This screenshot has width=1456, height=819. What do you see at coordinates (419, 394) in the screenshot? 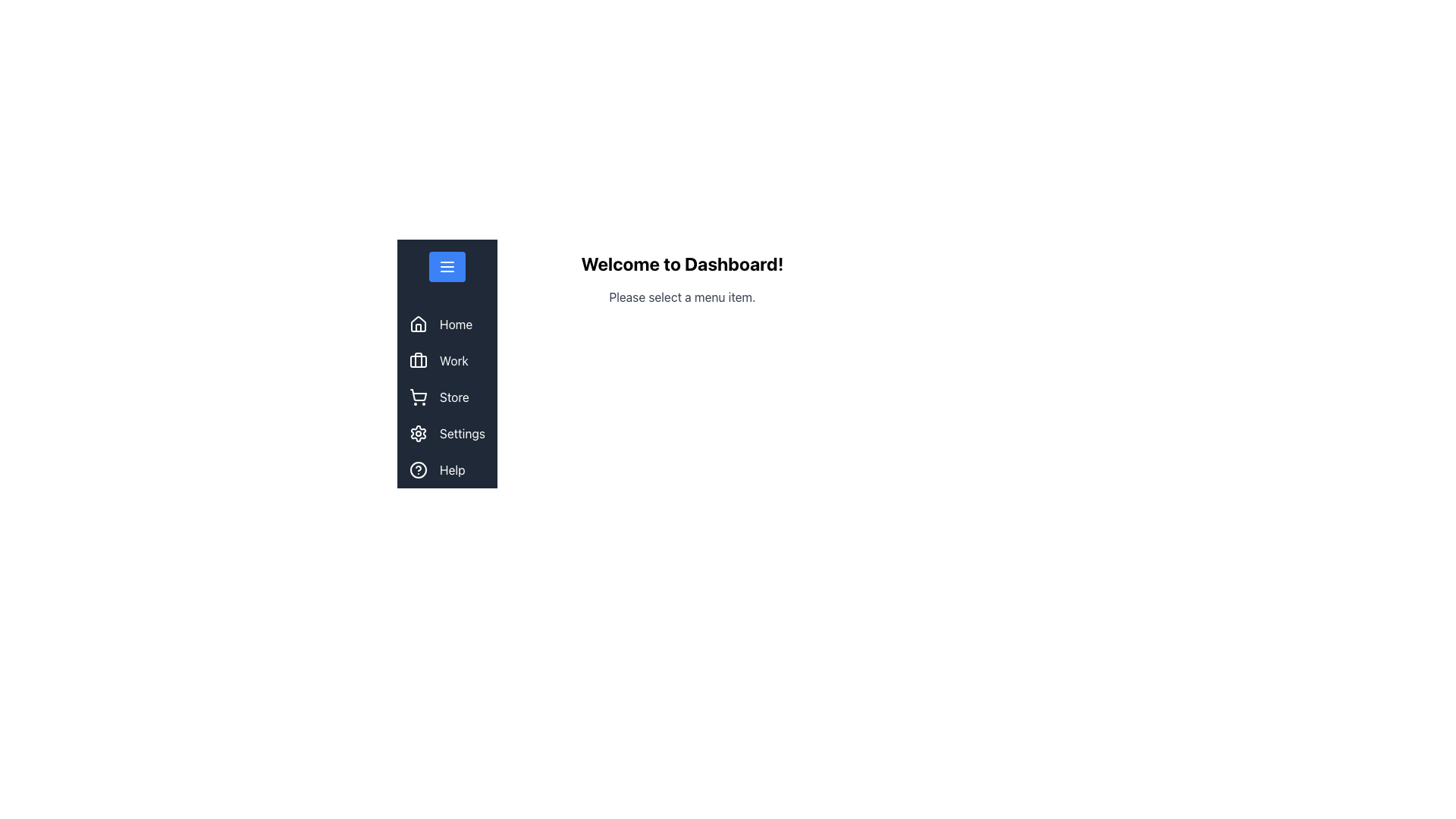
I see `the shopping cart icon located in the vertical navigation menu on the left side of the interface, specifically the central part of the icon which is the third entry from the top` at bounding box center [419, 394].